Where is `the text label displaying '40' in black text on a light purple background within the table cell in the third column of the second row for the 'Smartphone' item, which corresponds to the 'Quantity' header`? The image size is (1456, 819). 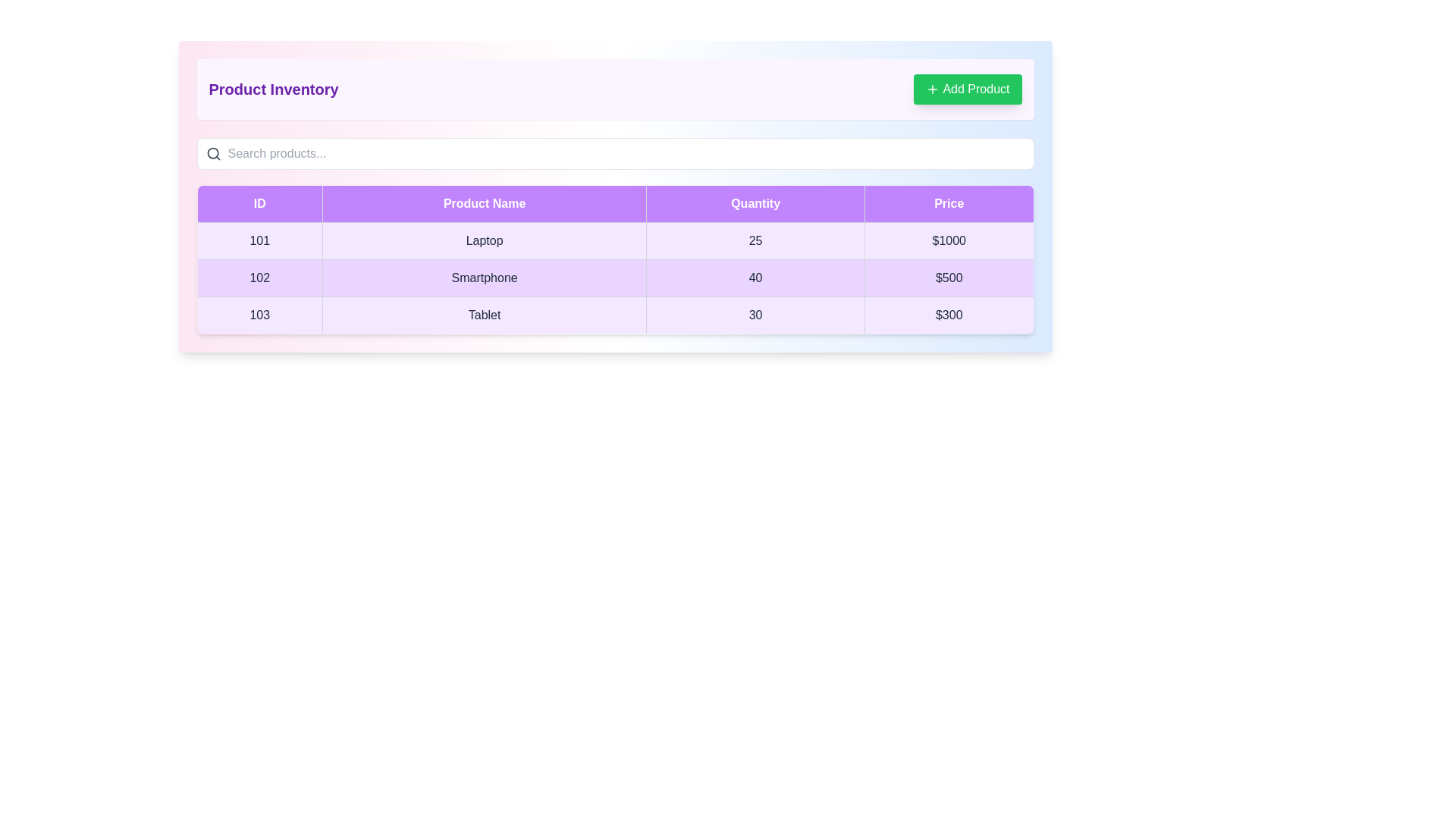
the text label displaying '40' in black text on a light purple background within the table cell in the third column of the second row for the 'Smartphone' item, which corresponds to the 'Quantity' header is located at coordinates (755, 278).